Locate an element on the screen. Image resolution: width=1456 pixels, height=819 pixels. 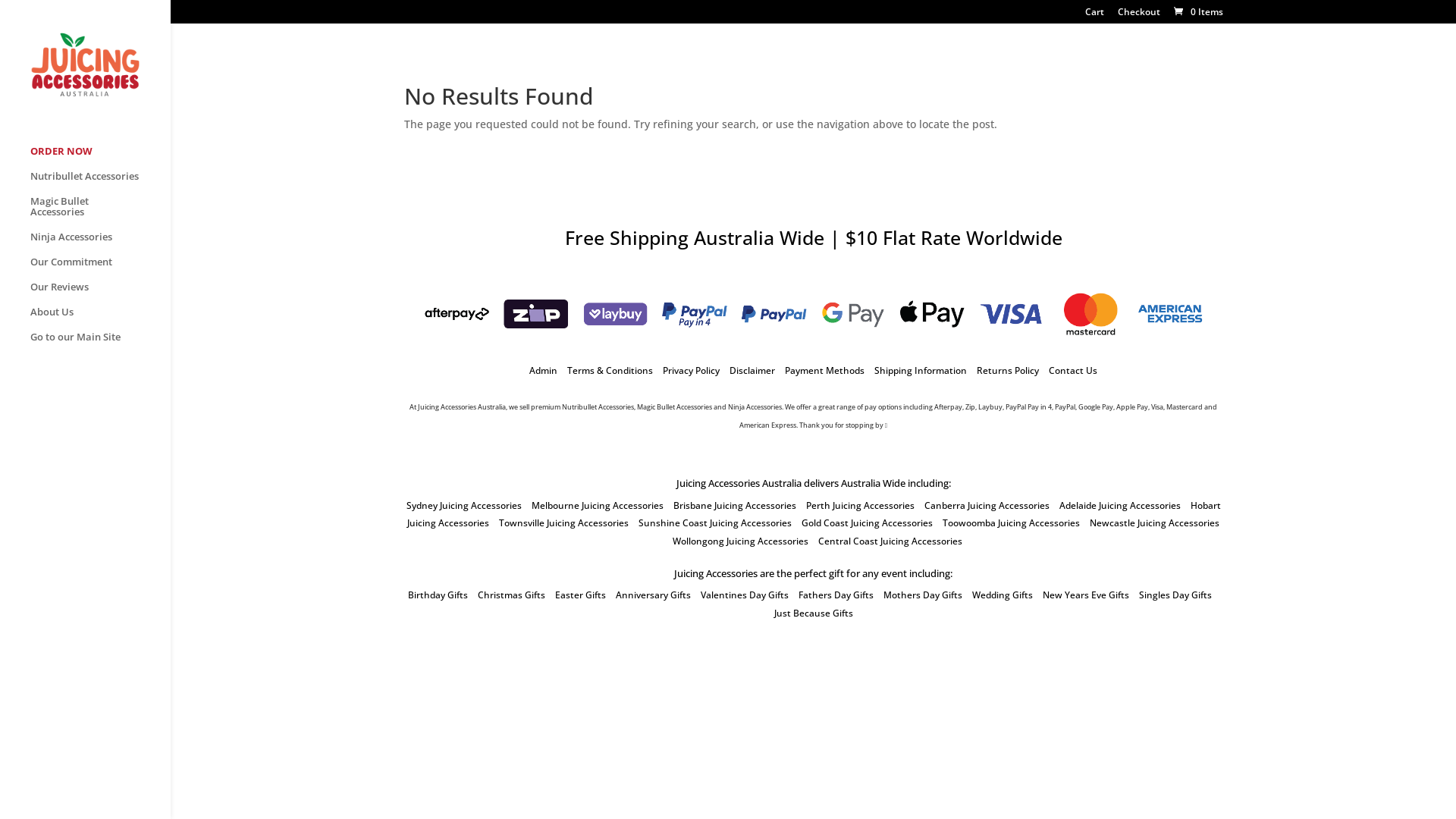
'Adelaide Juicing Accessories' is located at coordinates (1119, 505).